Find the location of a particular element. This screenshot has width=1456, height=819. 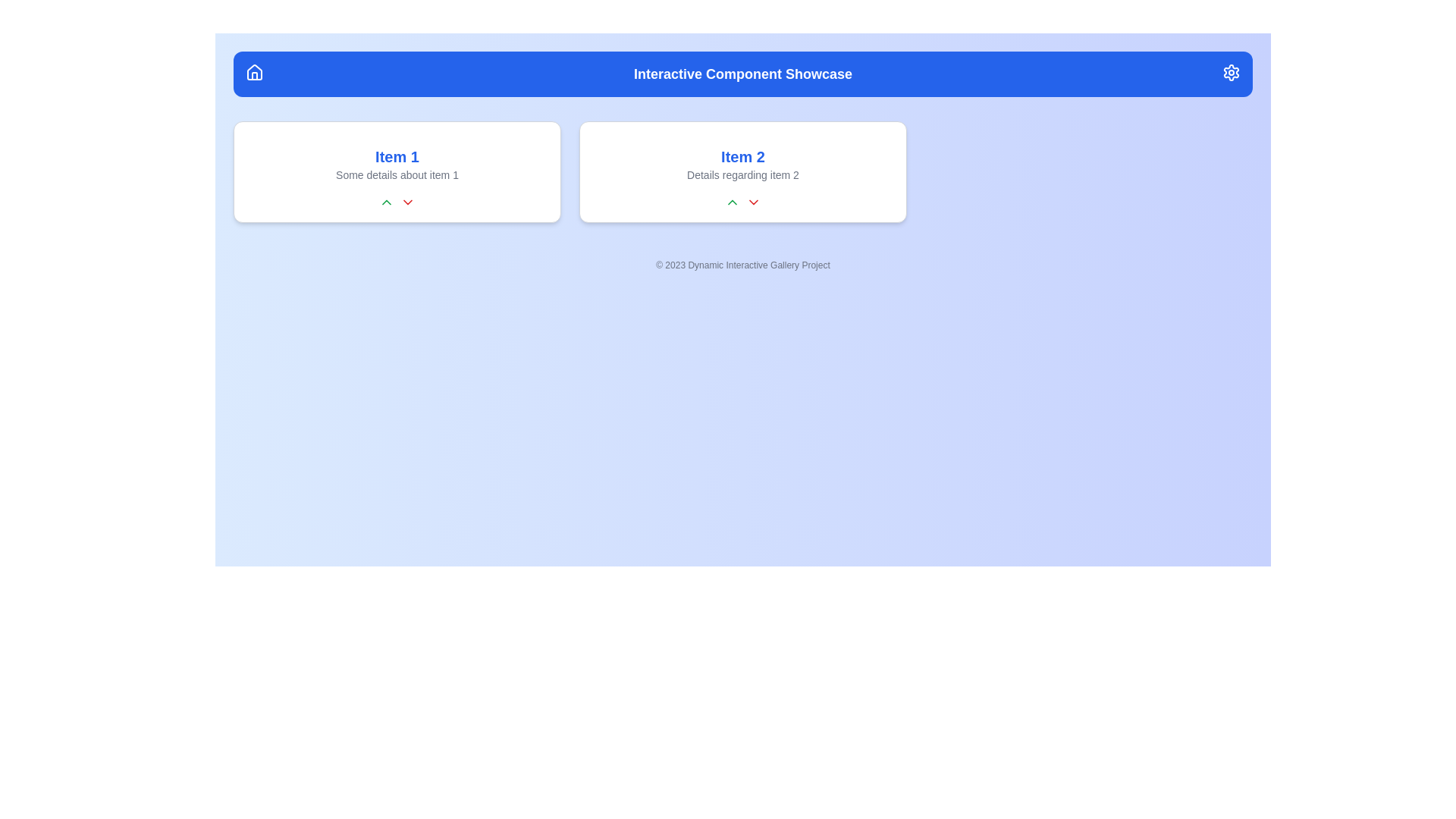

text content of the footer section displaying '© 2023 Dynamic Interactive Gallery Project', which is styled with a gray font color and centered alignment is located at coordinates (742, 265).